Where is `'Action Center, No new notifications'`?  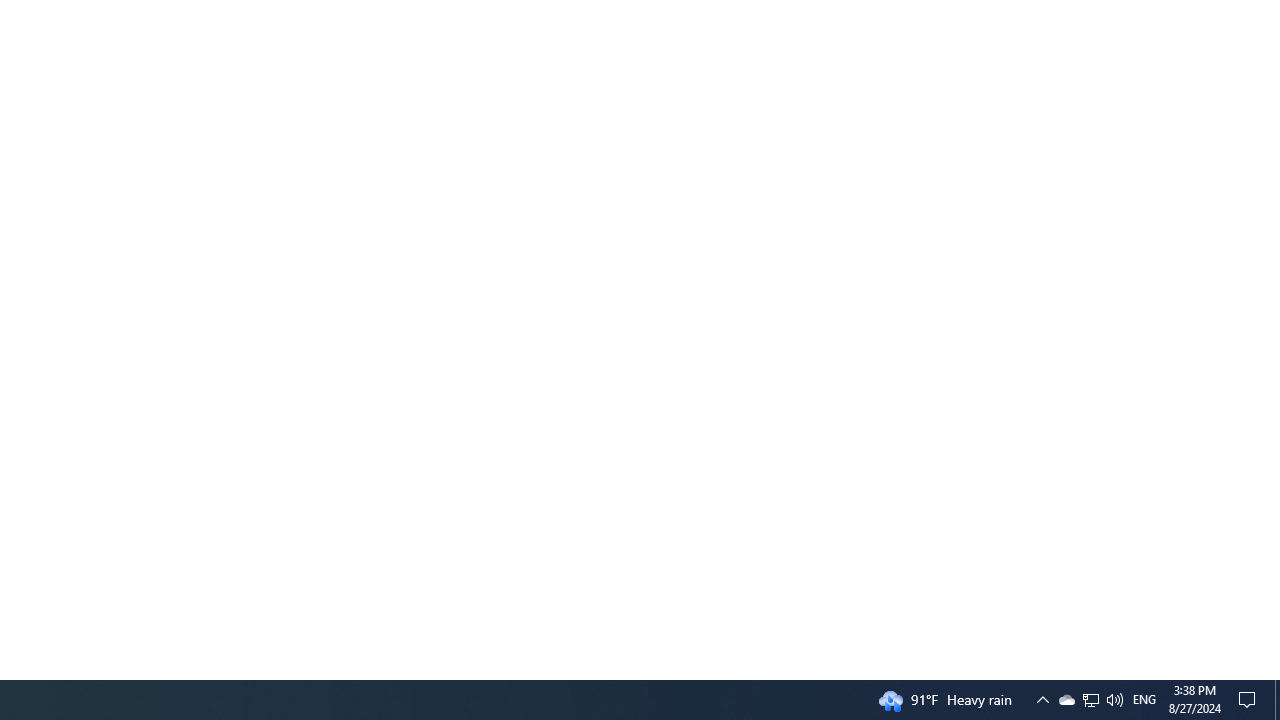
'Action Center, No new notifications' is located at coordinates (1250, 698).